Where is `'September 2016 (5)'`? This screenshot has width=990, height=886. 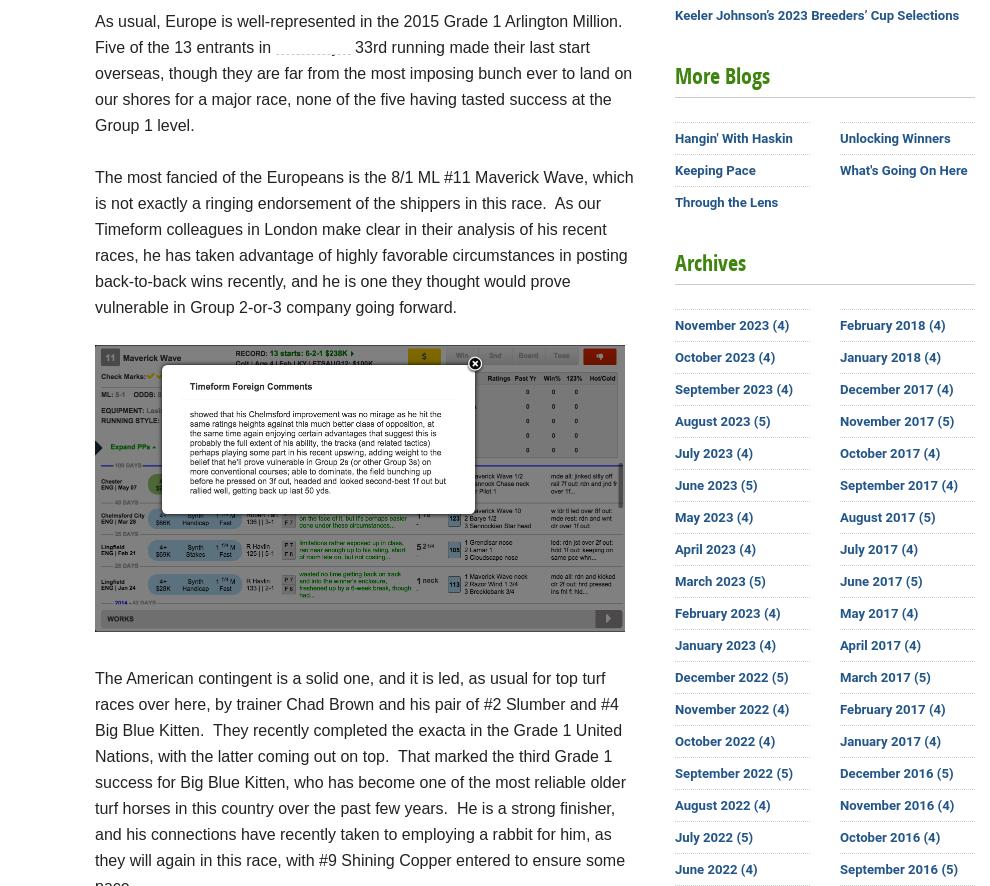
'September 2016 (5)' is located at coordinates (898, 868).